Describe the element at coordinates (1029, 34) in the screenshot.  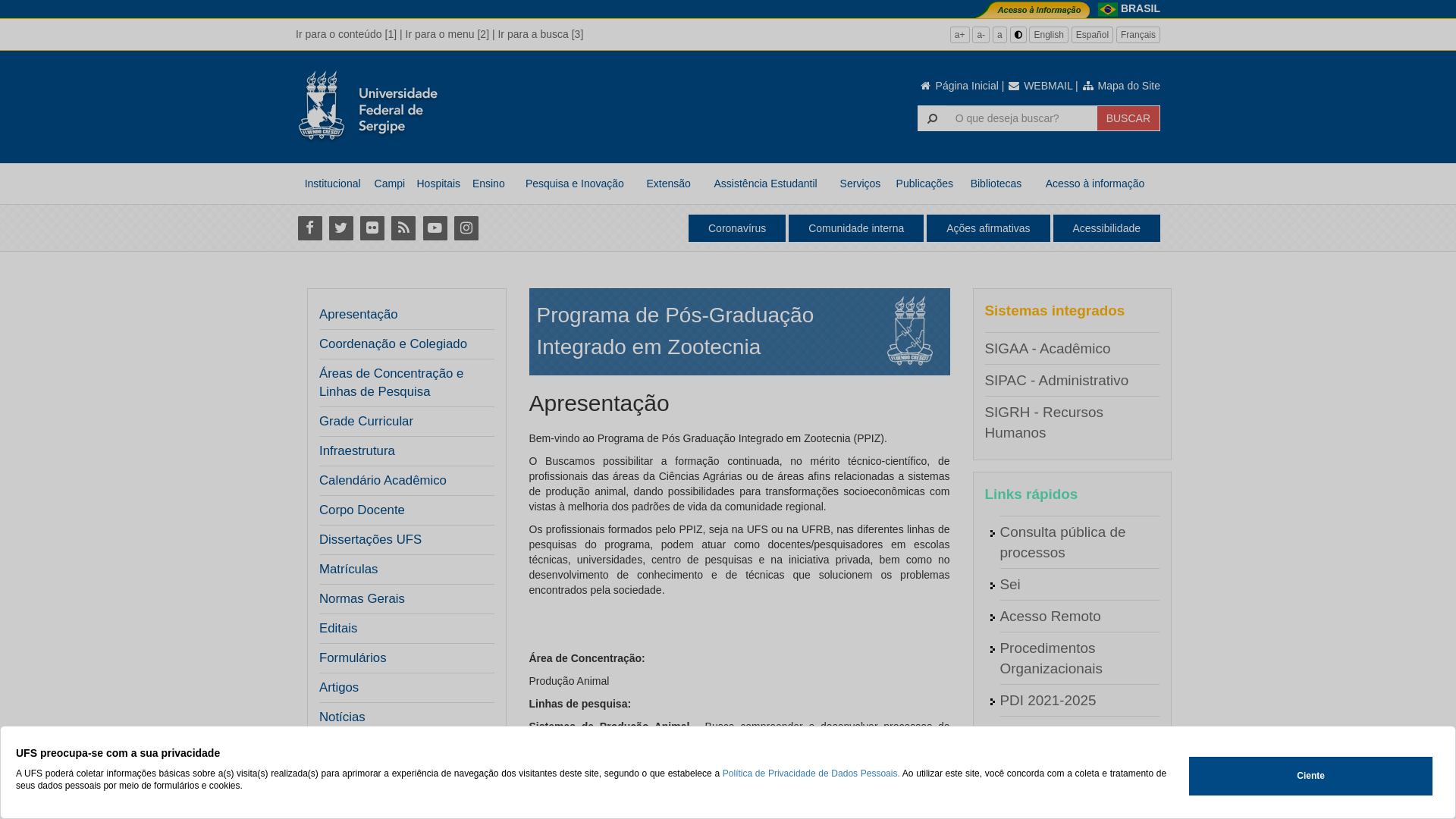
I see `'English'` at that location.